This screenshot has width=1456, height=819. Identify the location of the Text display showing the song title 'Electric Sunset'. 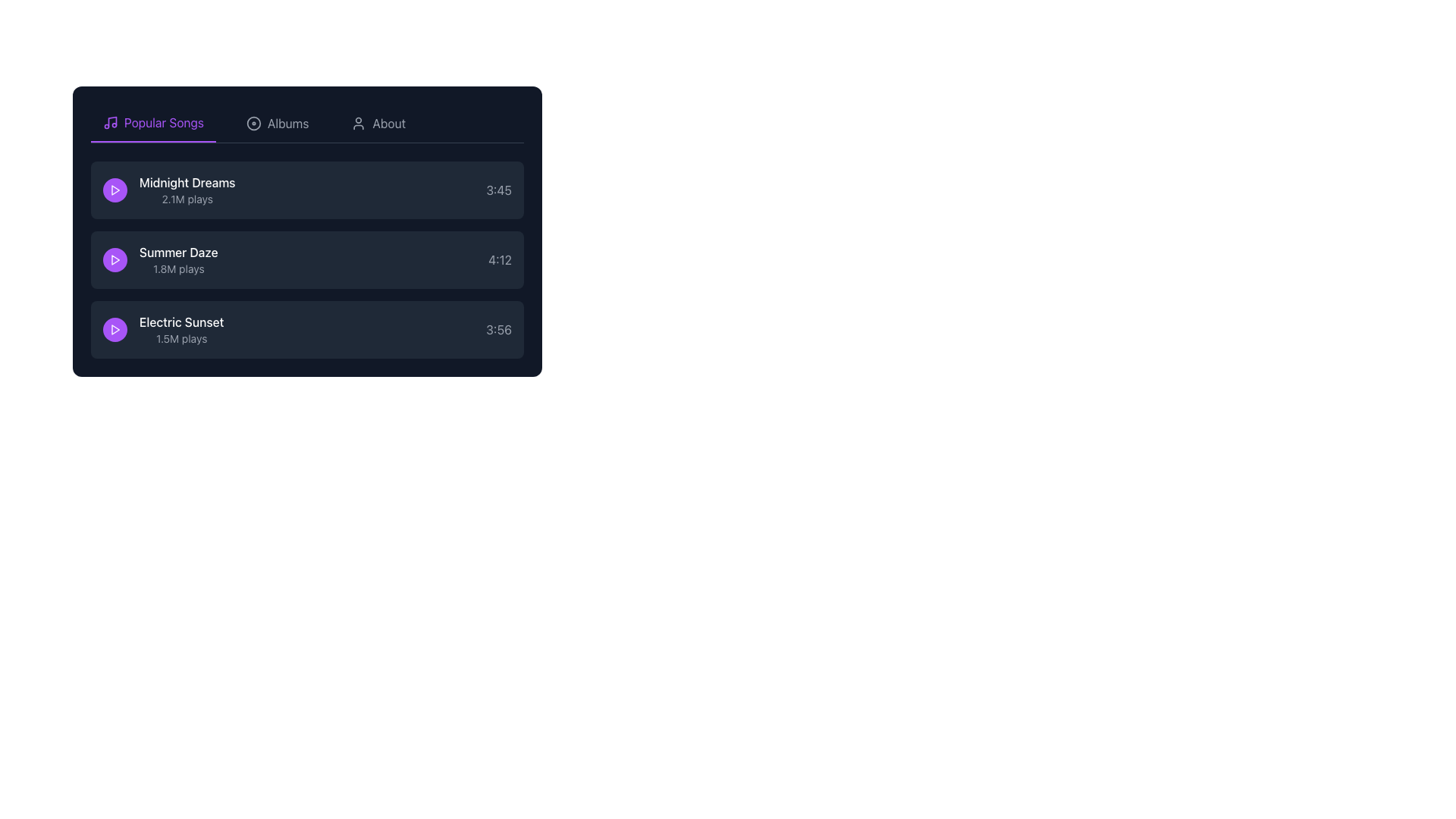
(163, 329).